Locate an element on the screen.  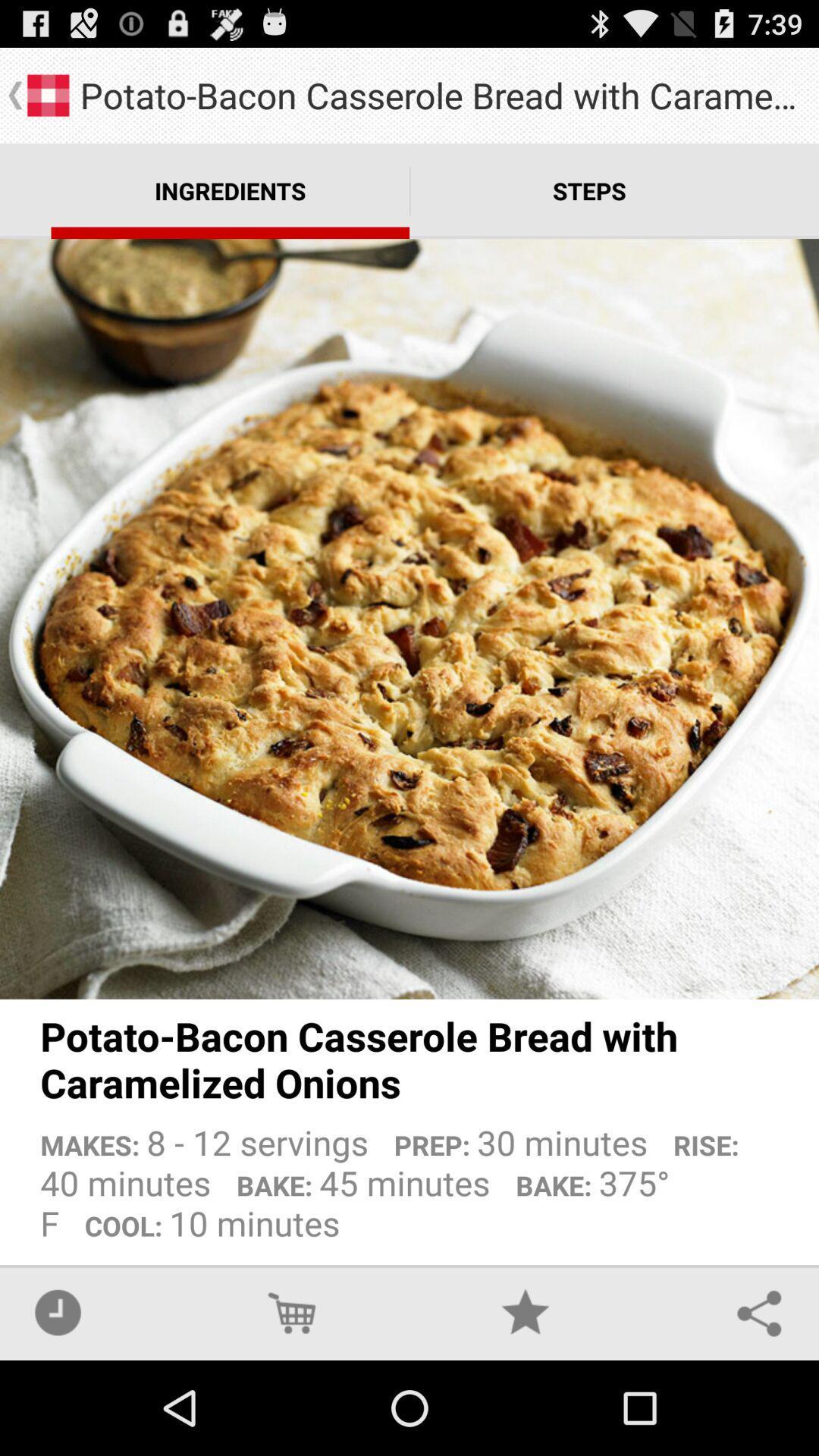
the icon at the bottom left corner is located at coordinates (57, 1312).